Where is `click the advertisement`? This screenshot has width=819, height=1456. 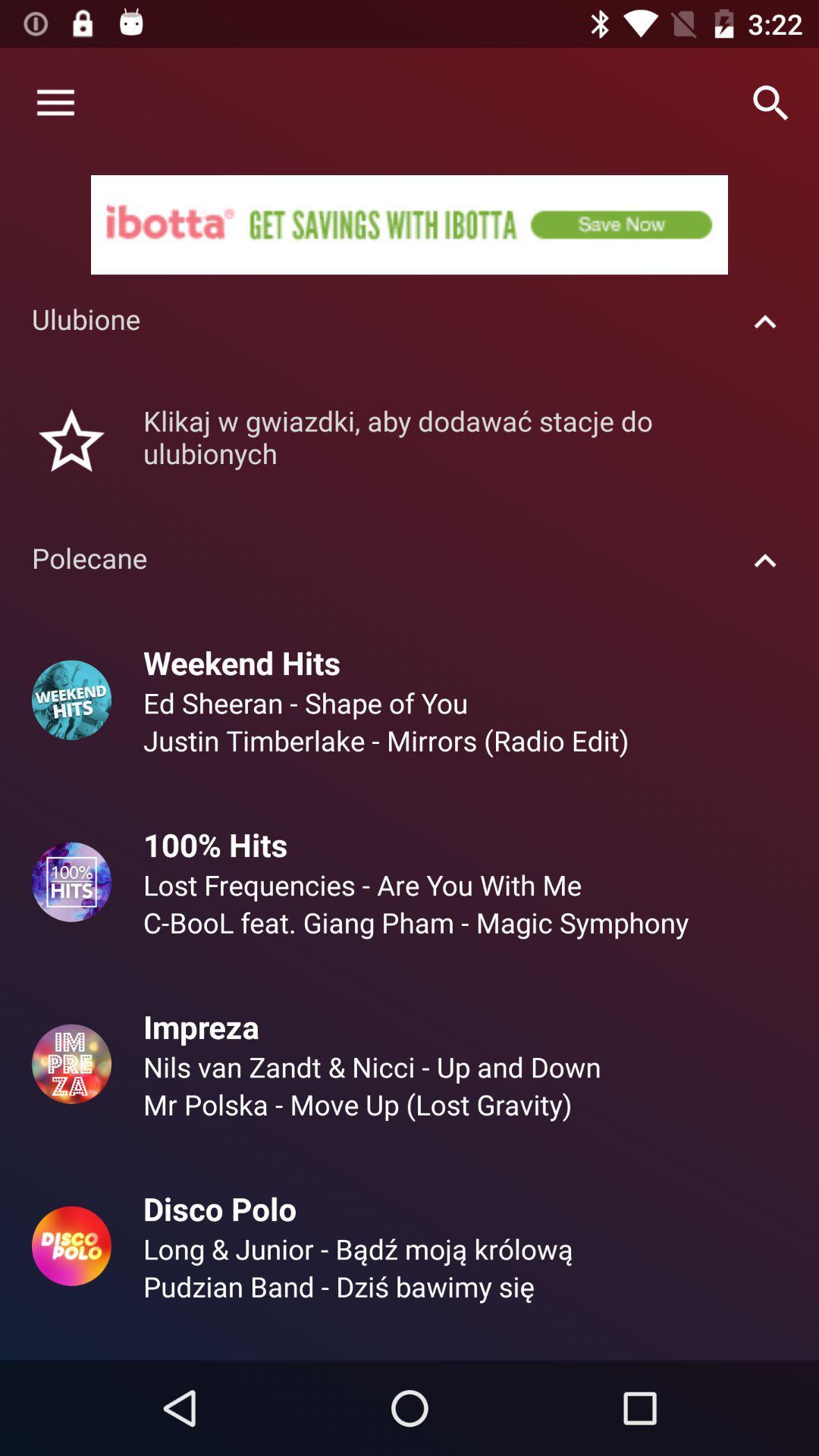
click the advertisement is located at coordinates (409, 224).